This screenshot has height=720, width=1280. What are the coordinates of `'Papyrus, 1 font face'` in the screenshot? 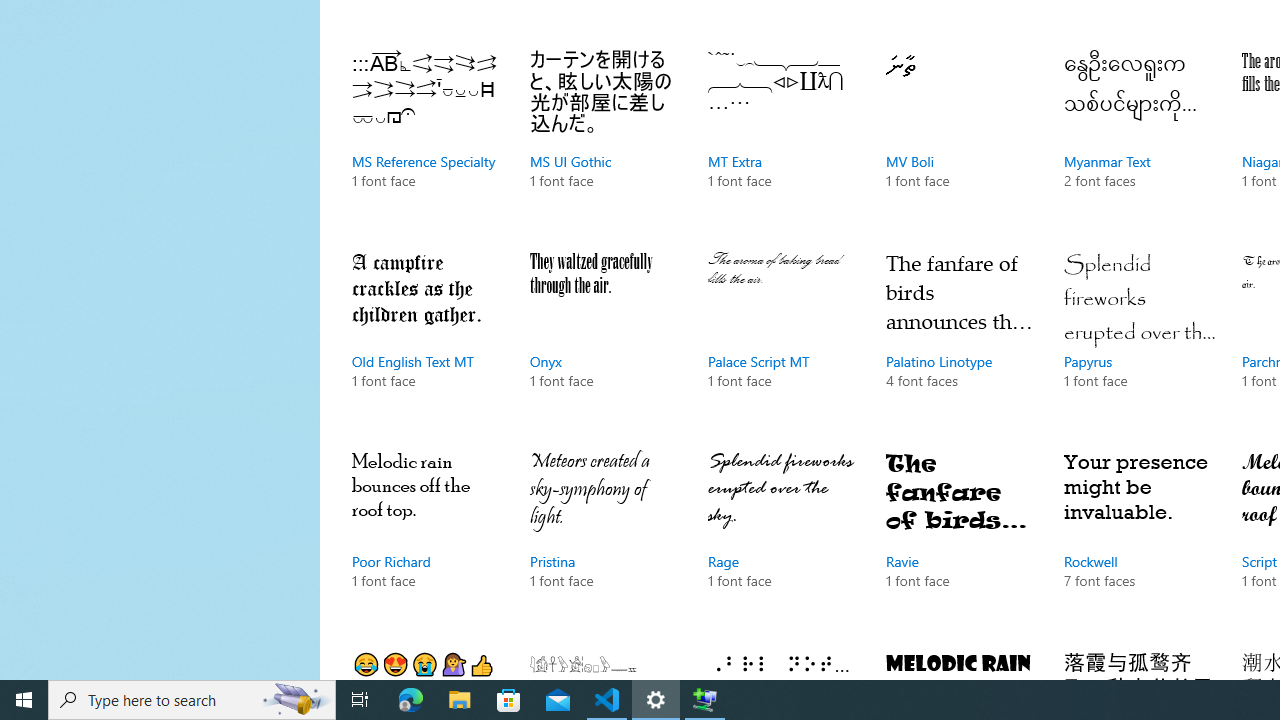 It's located at (1139, 338).